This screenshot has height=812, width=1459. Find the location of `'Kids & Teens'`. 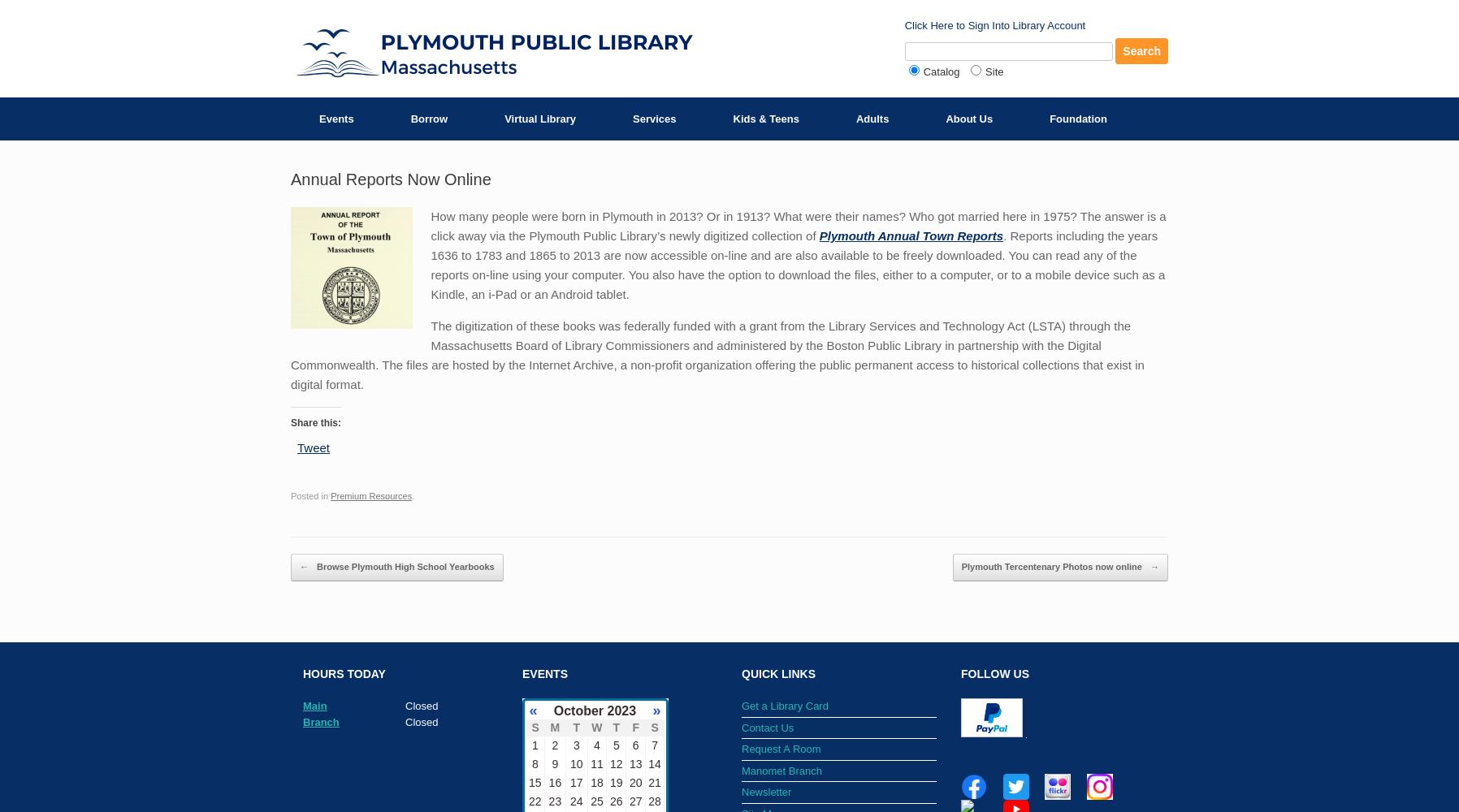

'Kids & Teens' is located at coordinates (764, 119).